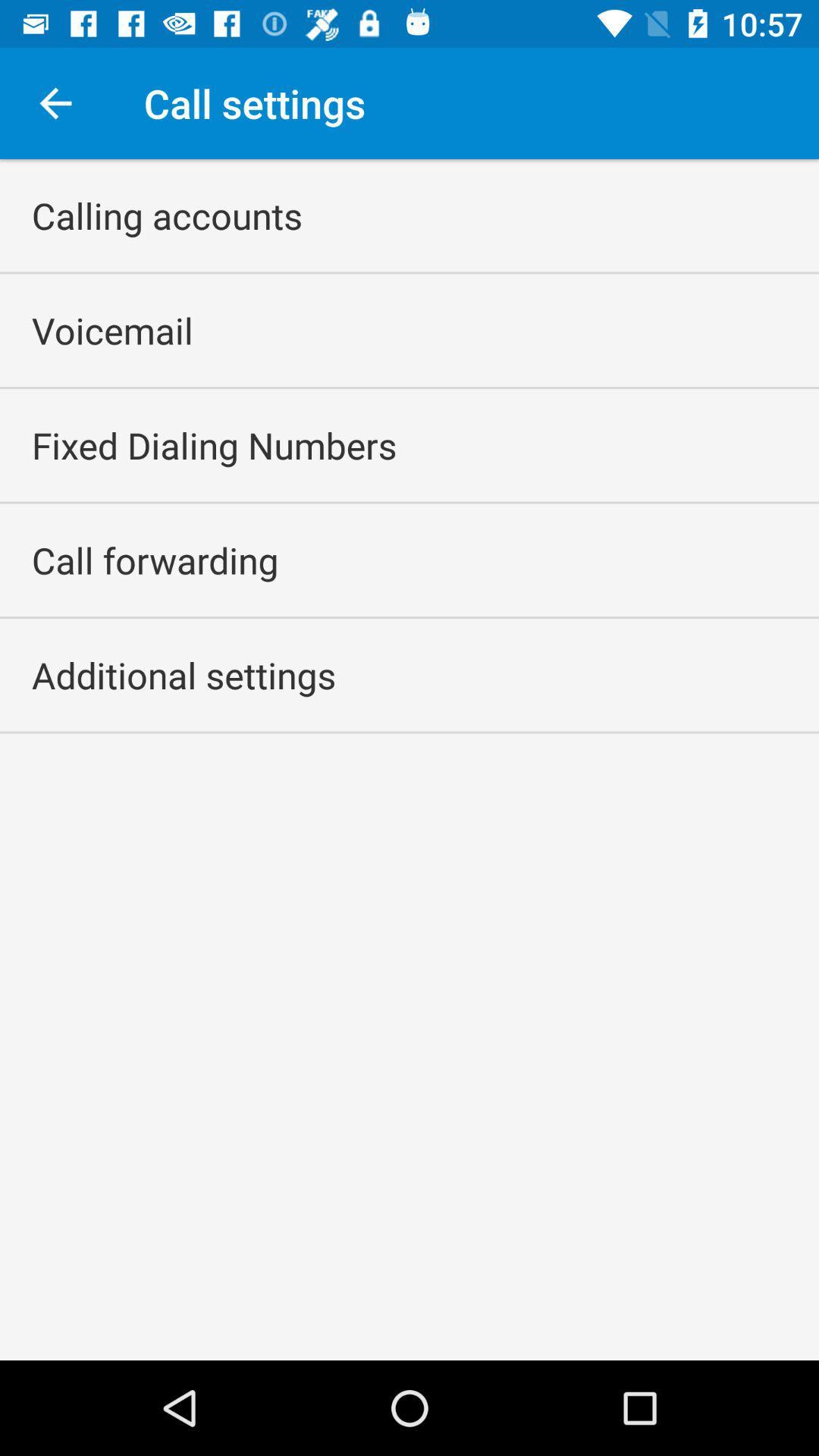 This screenshot has height=1456, width=819. I want to click on item above the voicemail icon, so click(167, 215).